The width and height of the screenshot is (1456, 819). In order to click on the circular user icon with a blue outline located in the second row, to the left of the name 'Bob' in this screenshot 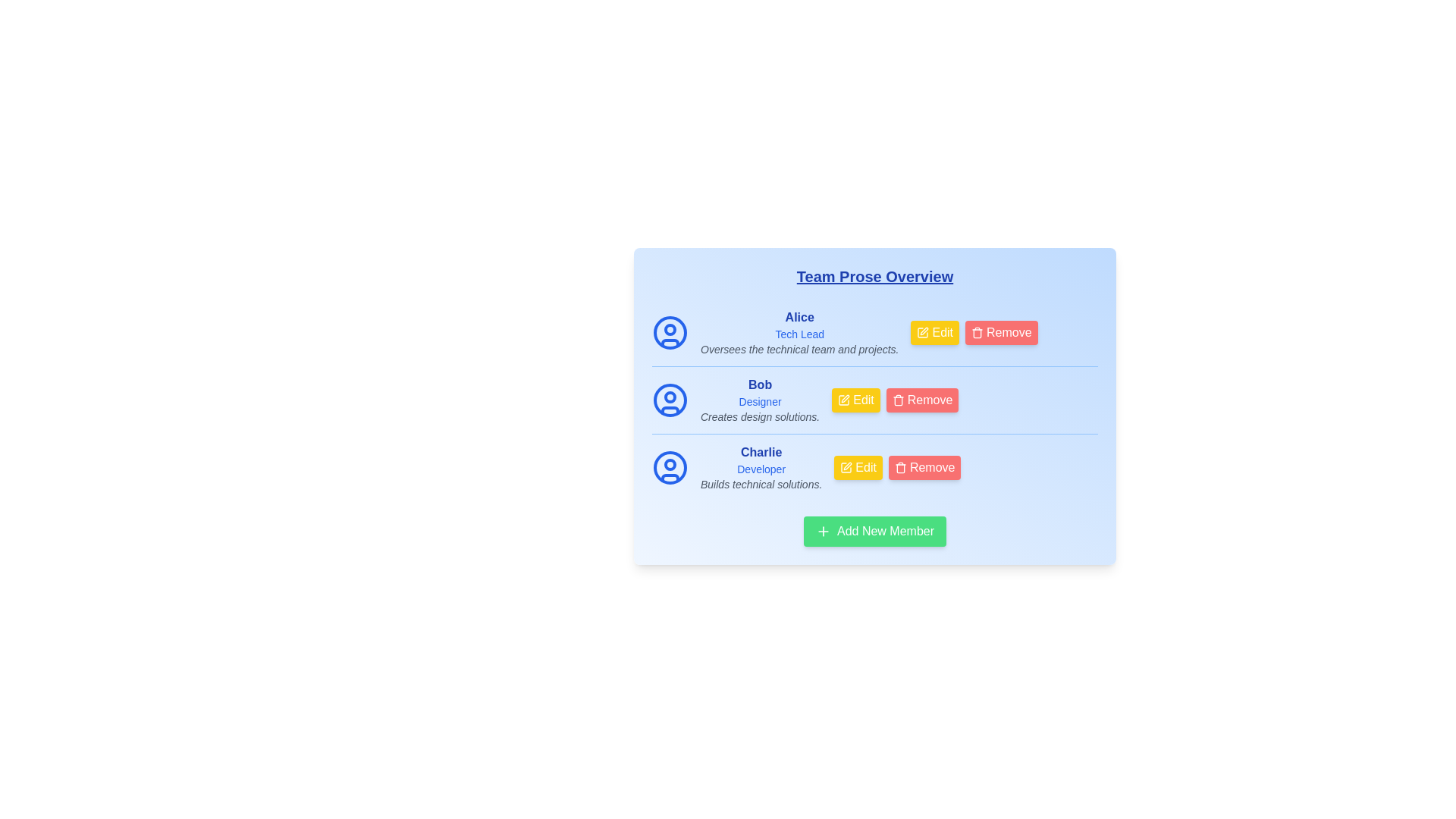, I will do `click(669, 400)`.